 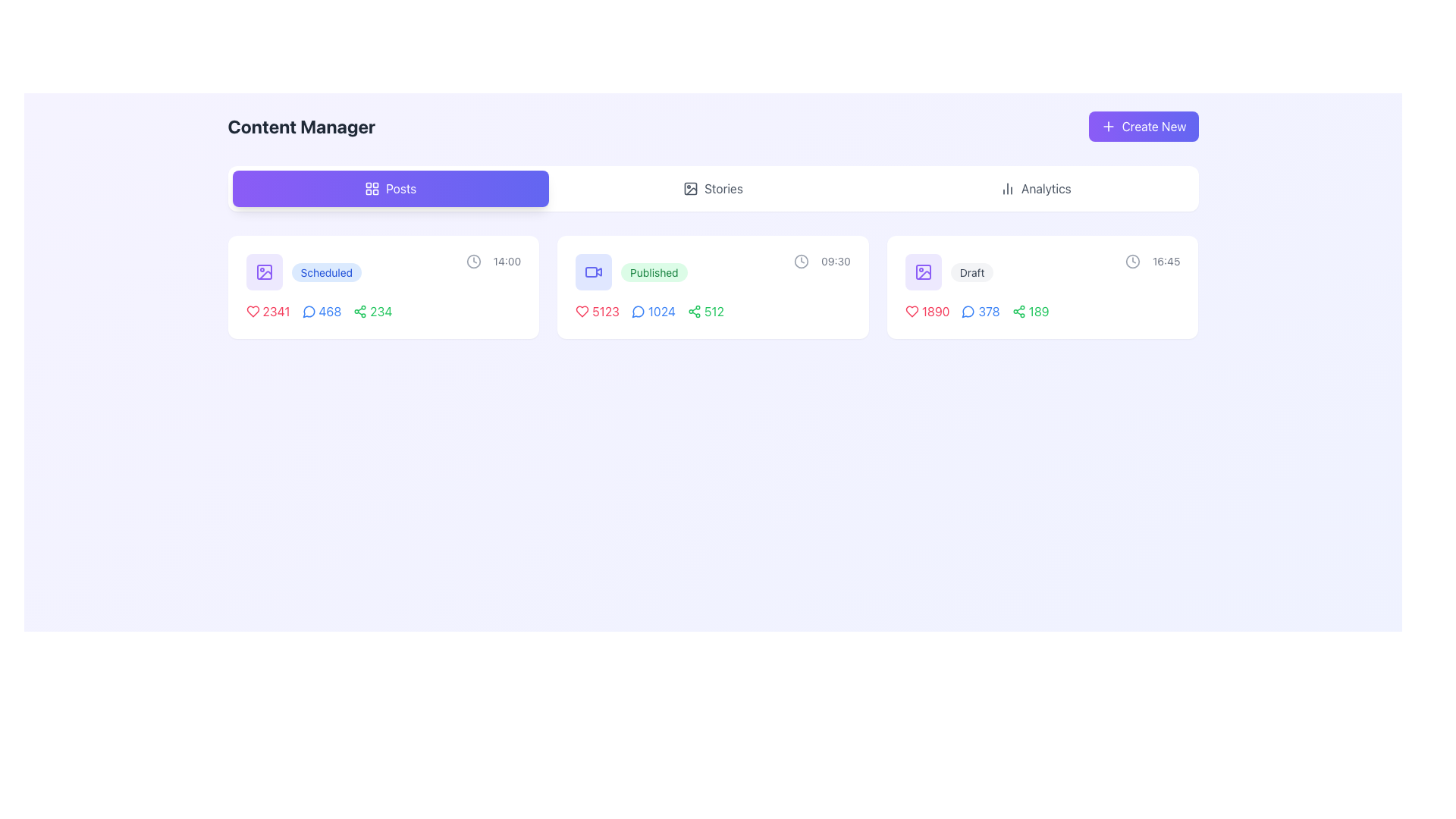 I want to click on the video icon, which is represented by a rounded rectangle containing a purple play button graphic, located in the second card of a horizontal list of three cards, so click(x=593, y=271).